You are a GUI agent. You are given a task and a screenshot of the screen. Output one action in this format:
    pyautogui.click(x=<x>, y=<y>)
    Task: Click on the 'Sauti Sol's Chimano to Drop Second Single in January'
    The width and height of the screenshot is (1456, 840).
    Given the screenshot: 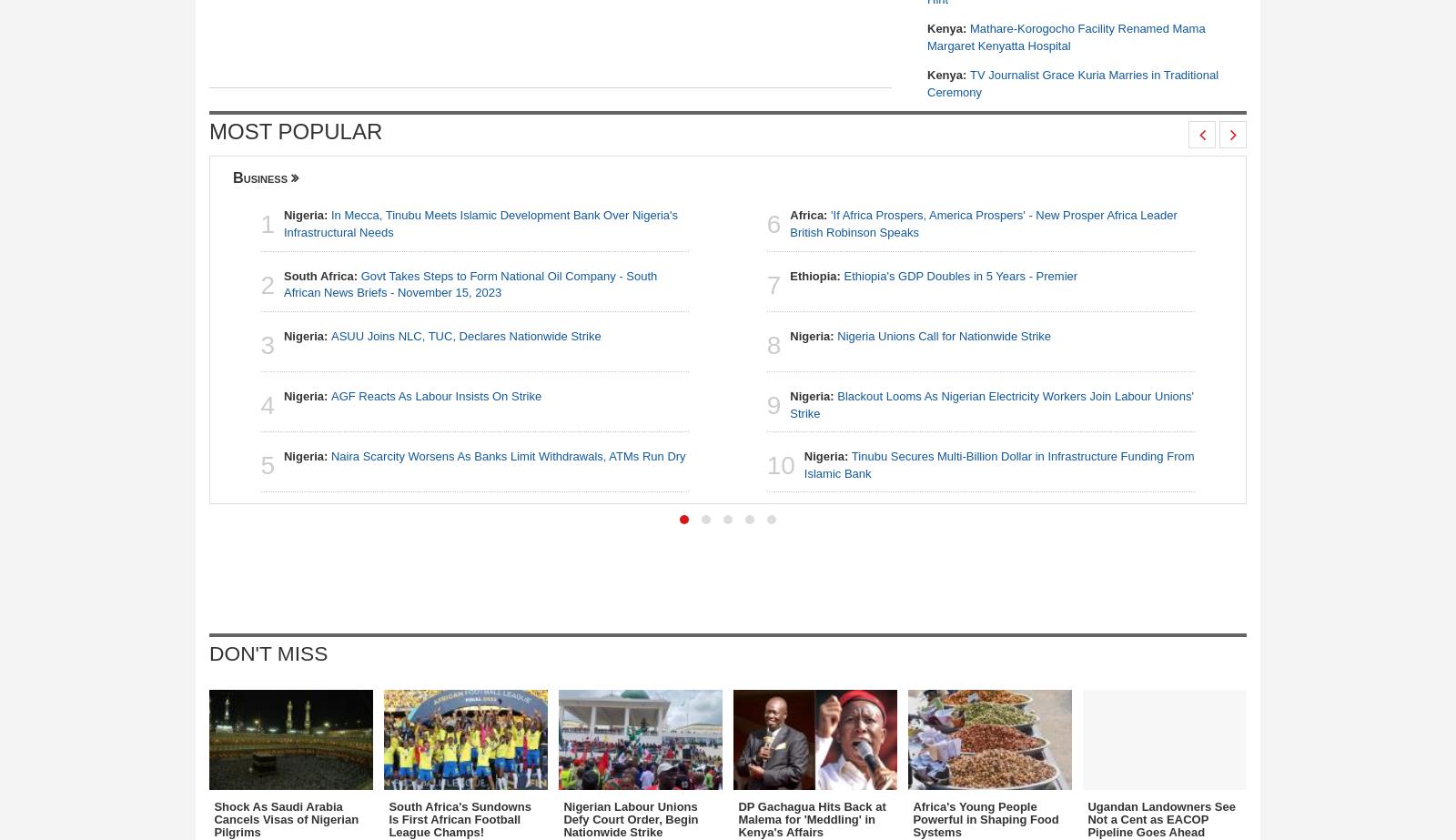 What is the action you would take?
    pyautogui.click(x=1068, y=543)
    